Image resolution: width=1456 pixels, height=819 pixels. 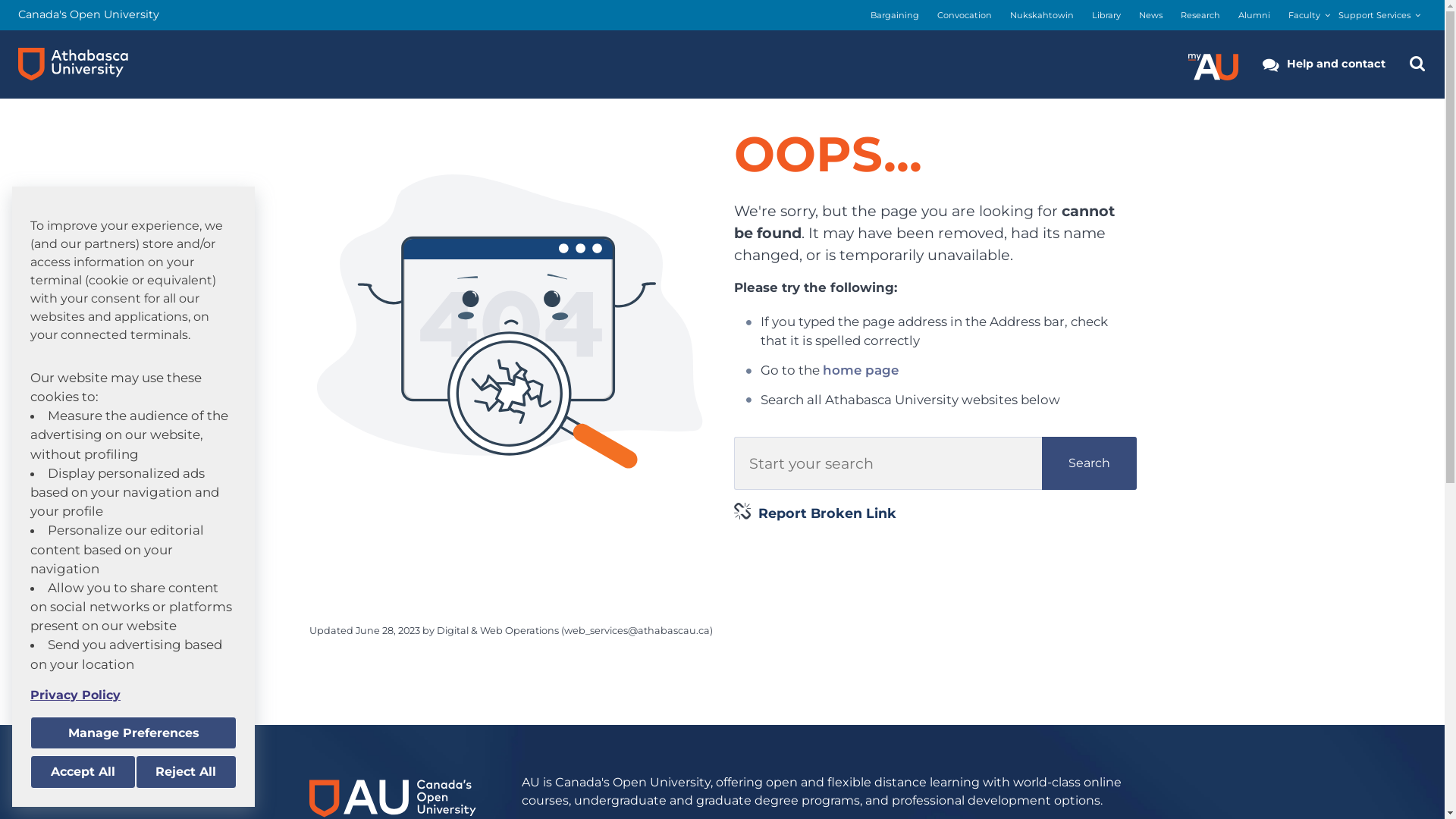 What do you see at coordinates (1040, 15) in the screenshot?
I see `'Nukskahtowin'` at bounding box center [1040, 15].